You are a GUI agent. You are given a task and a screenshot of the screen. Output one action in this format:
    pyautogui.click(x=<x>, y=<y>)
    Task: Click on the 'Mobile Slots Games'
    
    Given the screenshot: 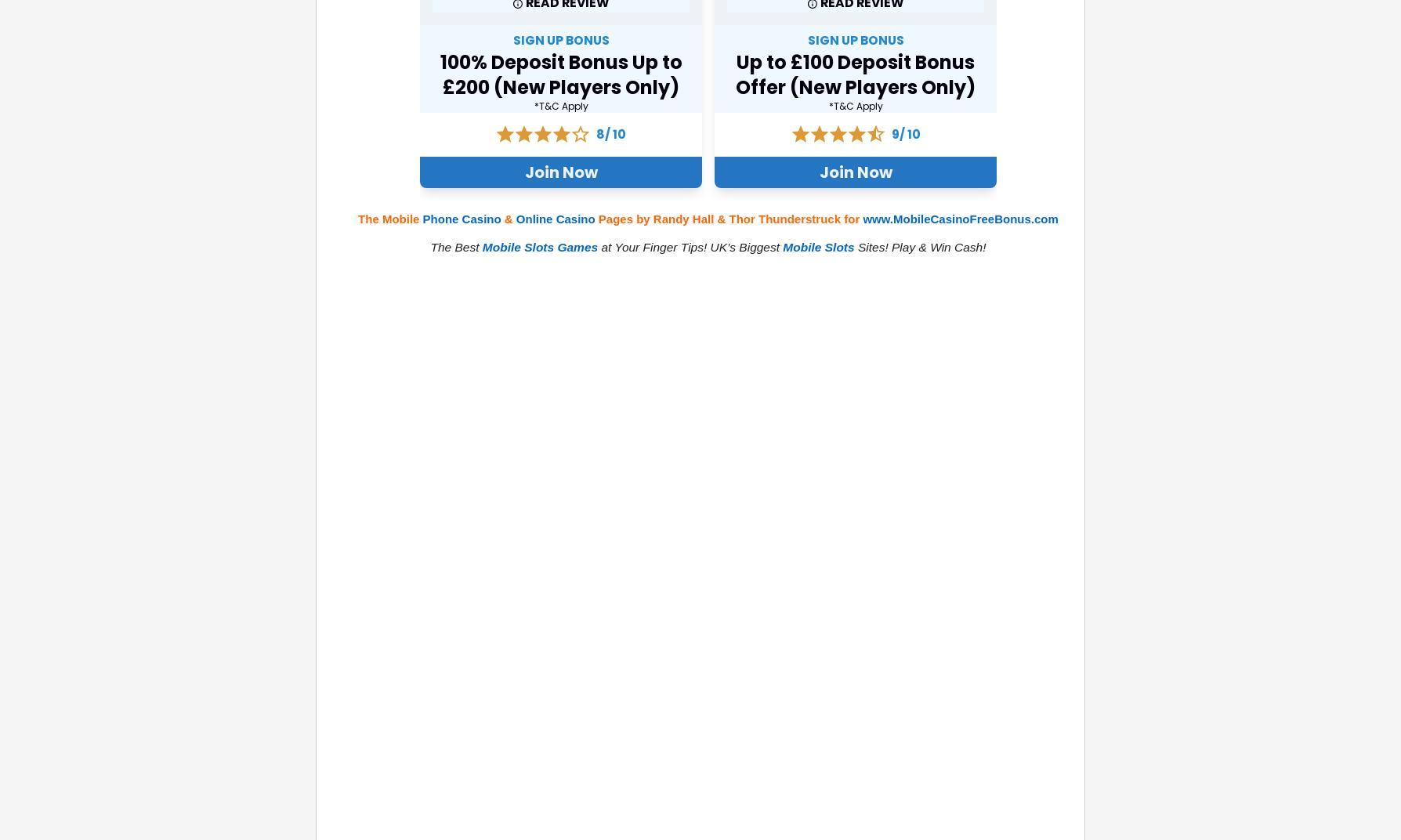 What is the action you would take?
    pyautogui.click(x=538, y=245)
    